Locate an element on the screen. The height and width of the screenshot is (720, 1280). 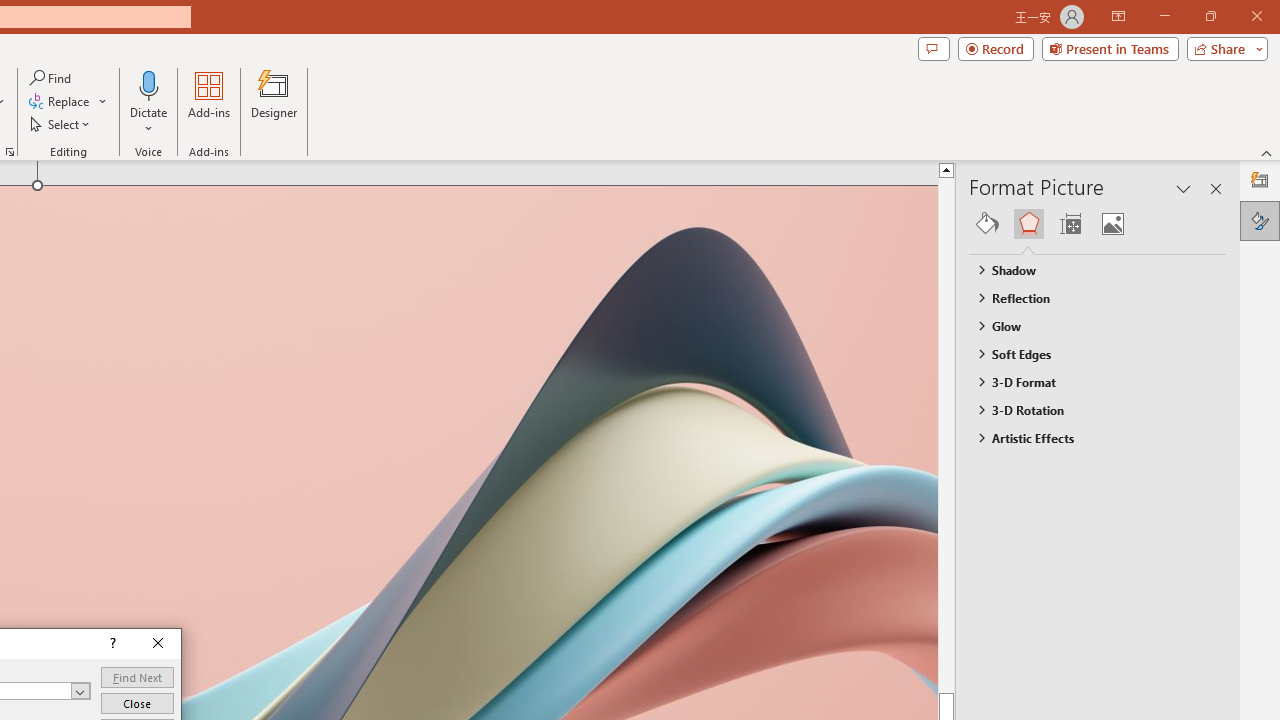
'Ribbon Display Options' is located at coordinates (1117, 16).